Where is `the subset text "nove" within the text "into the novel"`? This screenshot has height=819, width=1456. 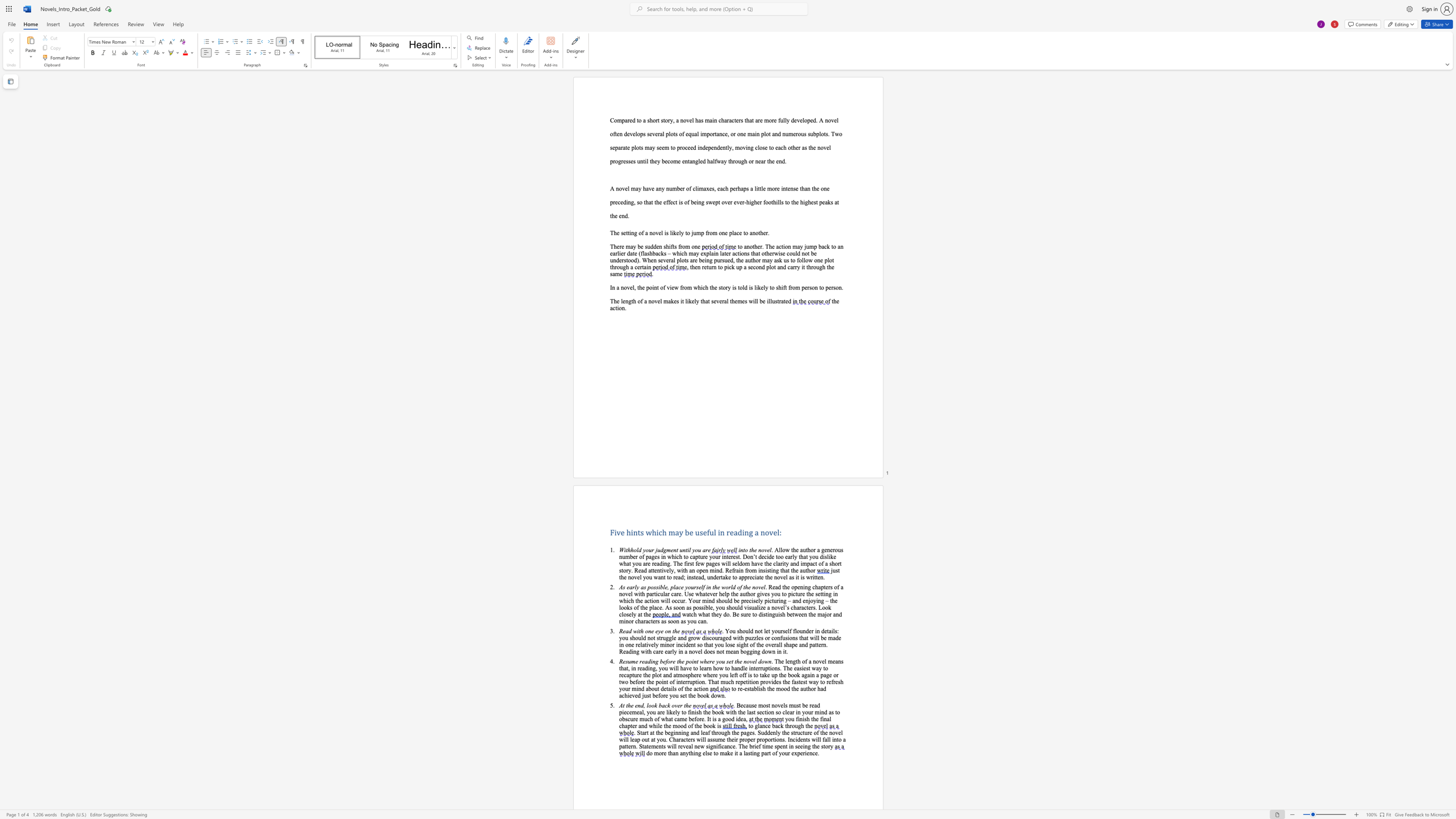 the subset text "nove" within the text "into the novel" is located at coordinates (759, 549).